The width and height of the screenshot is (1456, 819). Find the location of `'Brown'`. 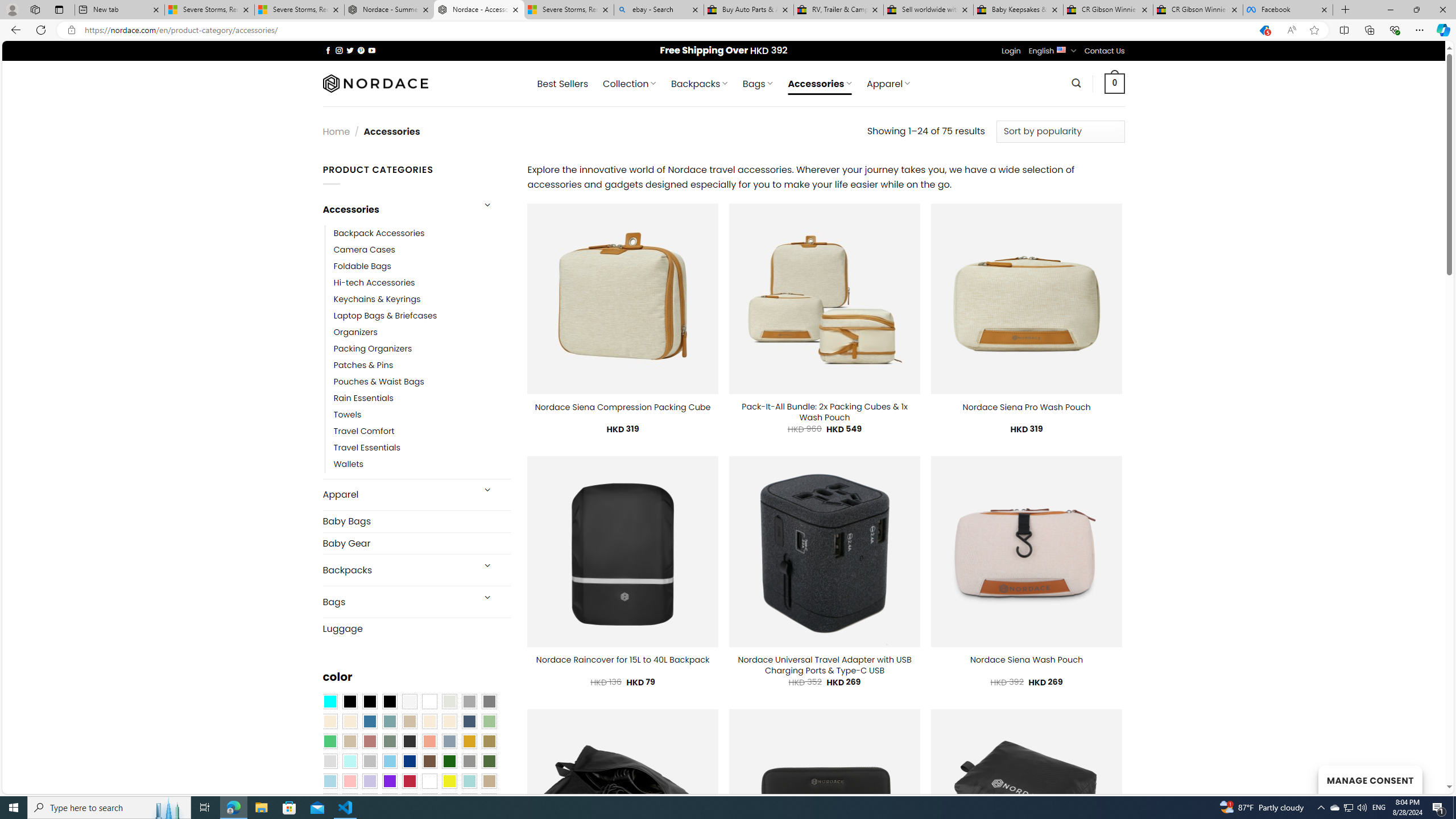

'Brown' is located at coordinates (429, 761).